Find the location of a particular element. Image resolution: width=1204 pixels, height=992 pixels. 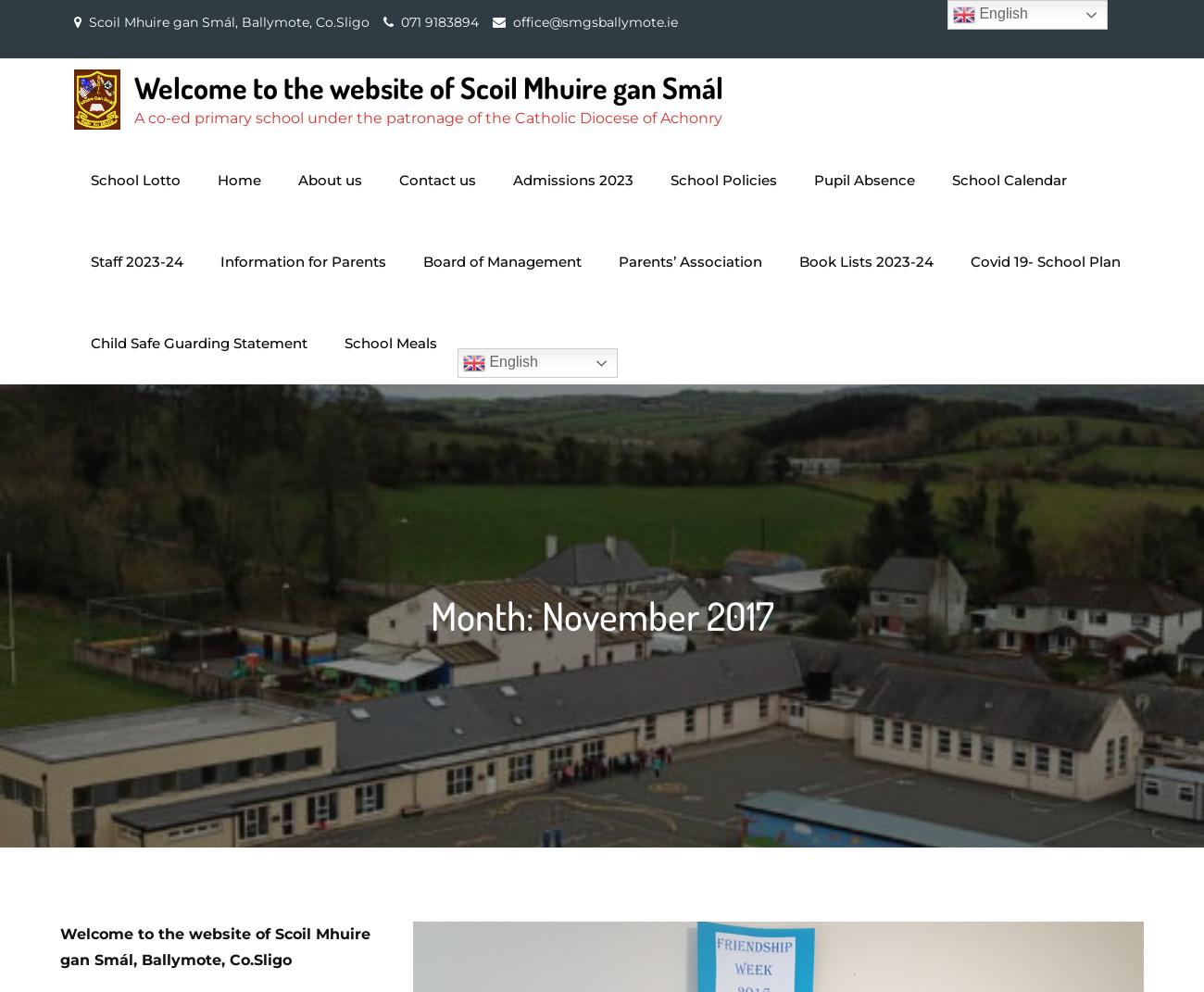

'Home' is located at coordinates (238, 179).